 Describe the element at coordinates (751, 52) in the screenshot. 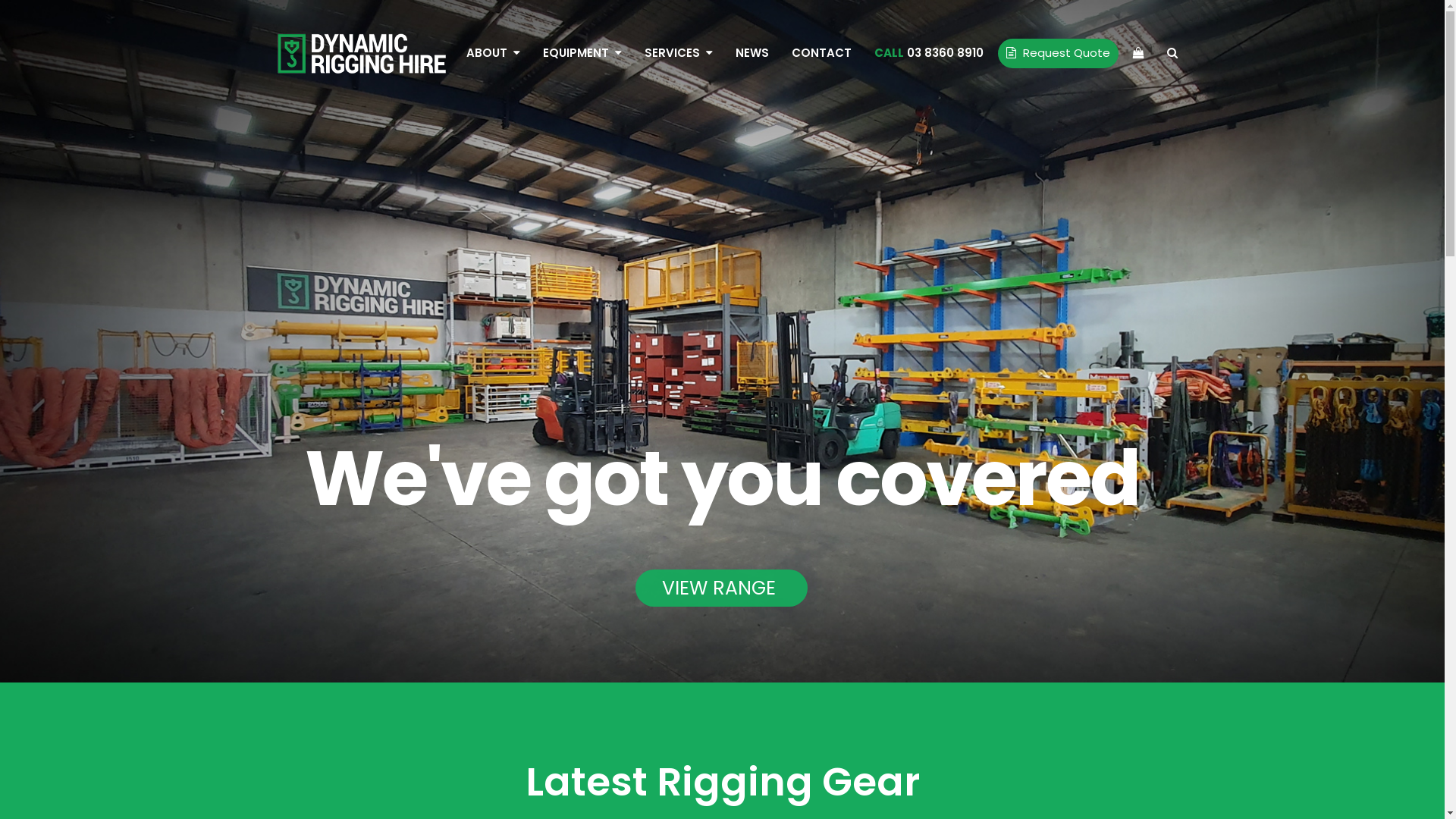

I see `'NEWS'` at that location.